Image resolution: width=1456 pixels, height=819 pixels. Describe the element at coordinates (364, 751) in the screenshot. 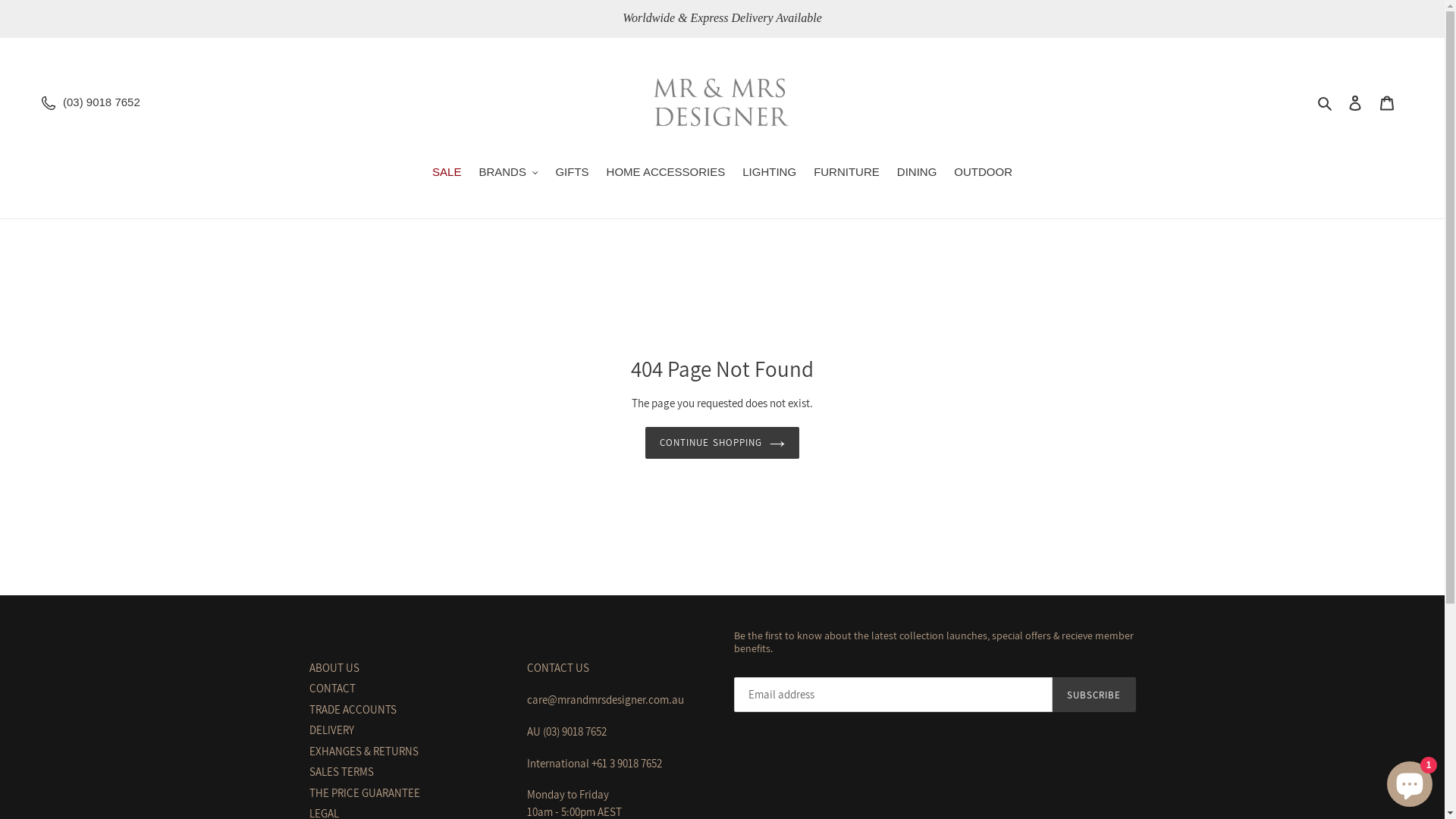

I see `'EXHANGES & RETURNS'` at that location.